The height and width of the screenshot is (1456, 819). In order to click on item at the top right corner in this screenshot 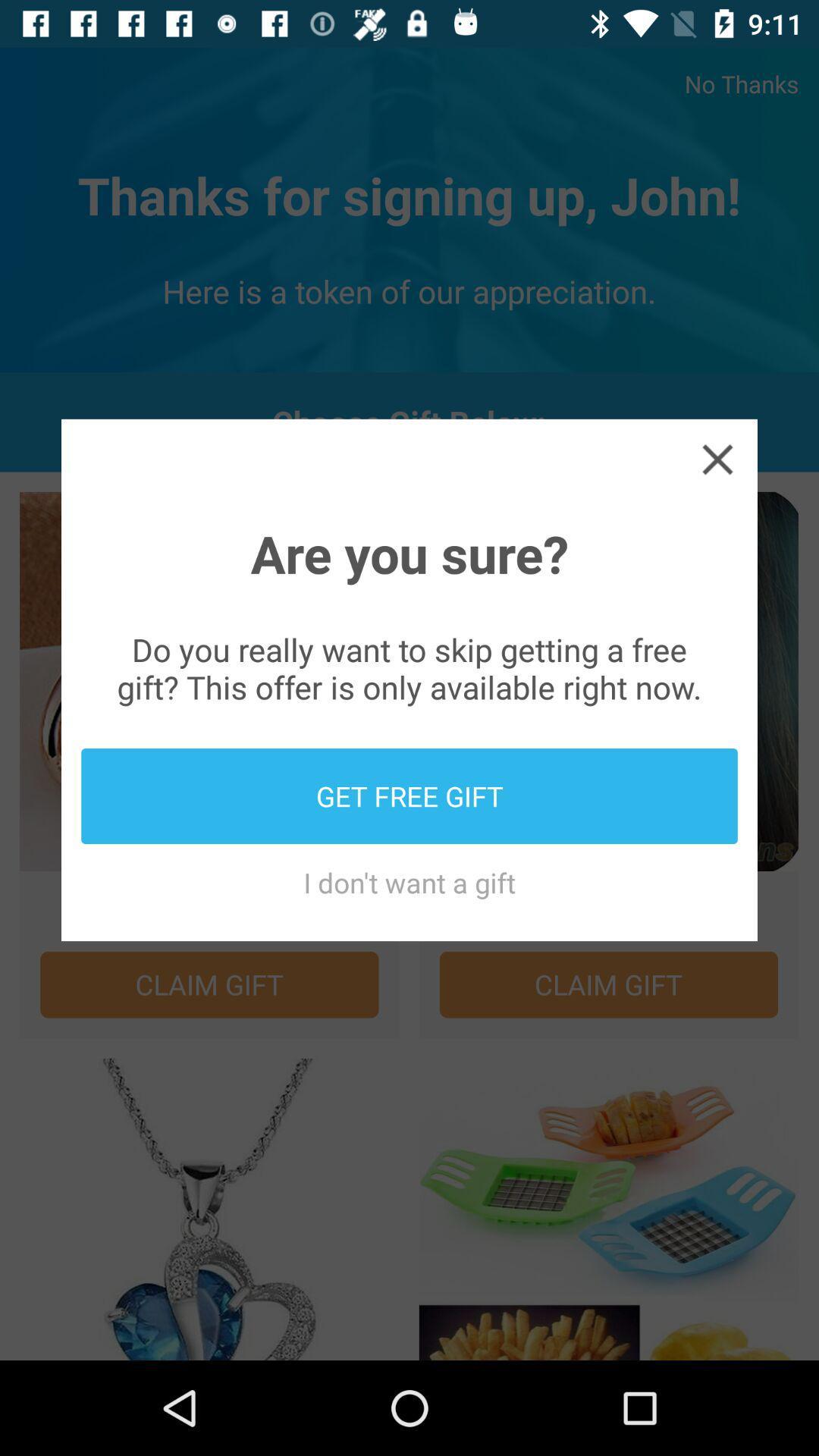, I will do `click(717, 458)`.